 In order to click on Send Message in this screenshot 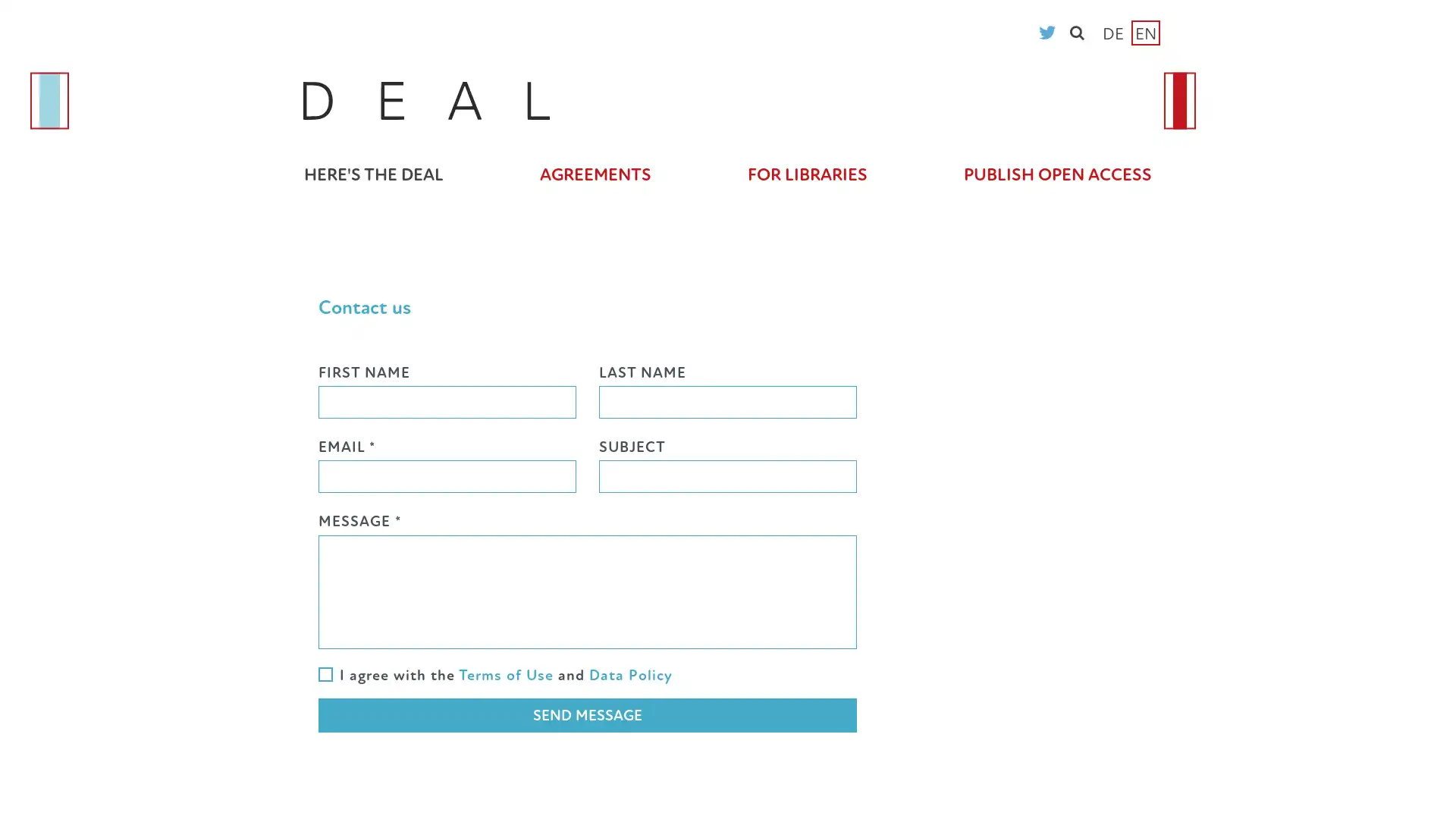, I will do `click(586, 716)`.